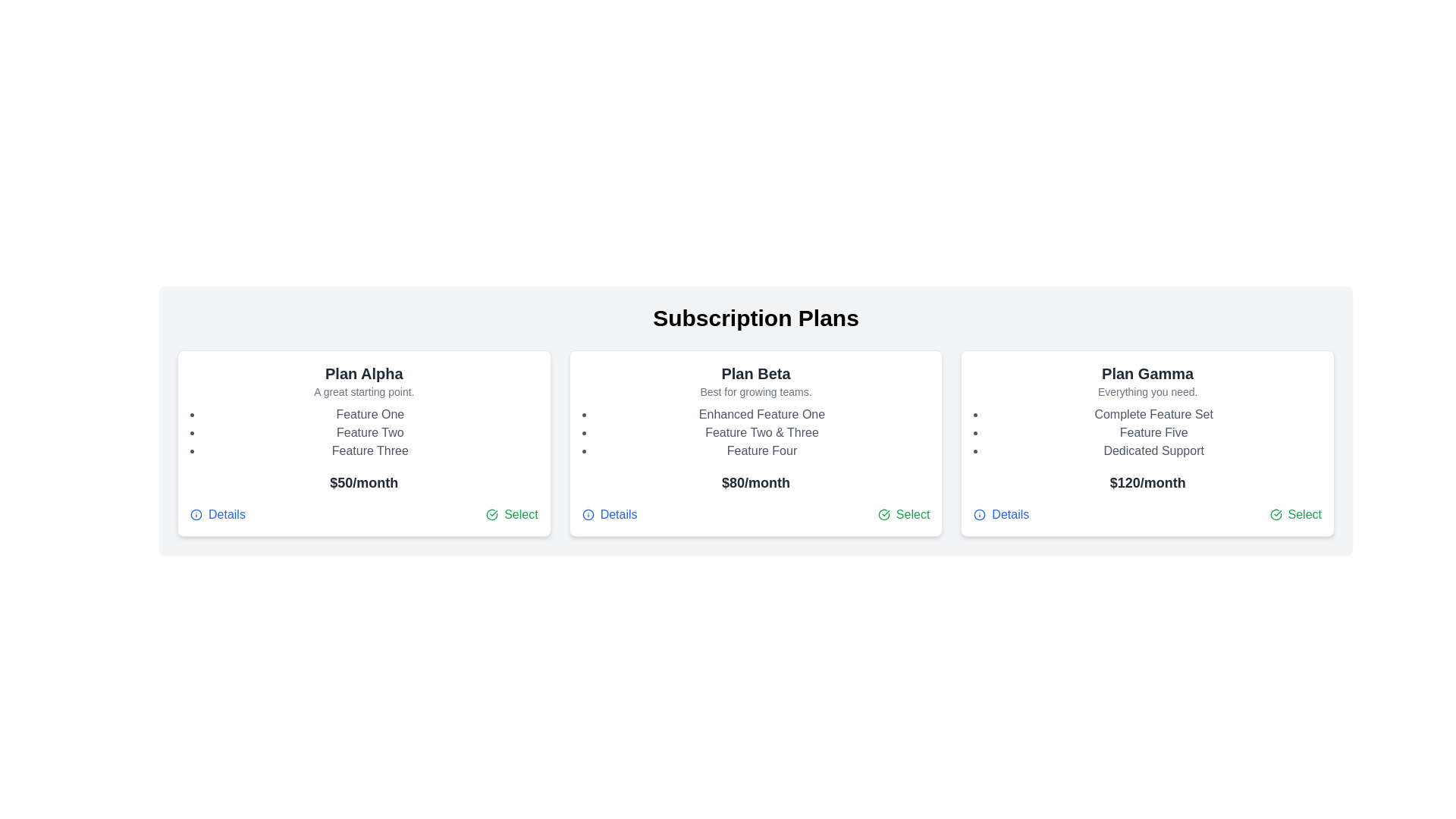 Image resolution: width=1456 pixels, height=819 pixels. Describe the element at coordinates (587, 513) in the screenshot. I see `the Informational icon located to the left of the 'Details' text link in the 'Plan Beta' section to interact with the link` at that location.